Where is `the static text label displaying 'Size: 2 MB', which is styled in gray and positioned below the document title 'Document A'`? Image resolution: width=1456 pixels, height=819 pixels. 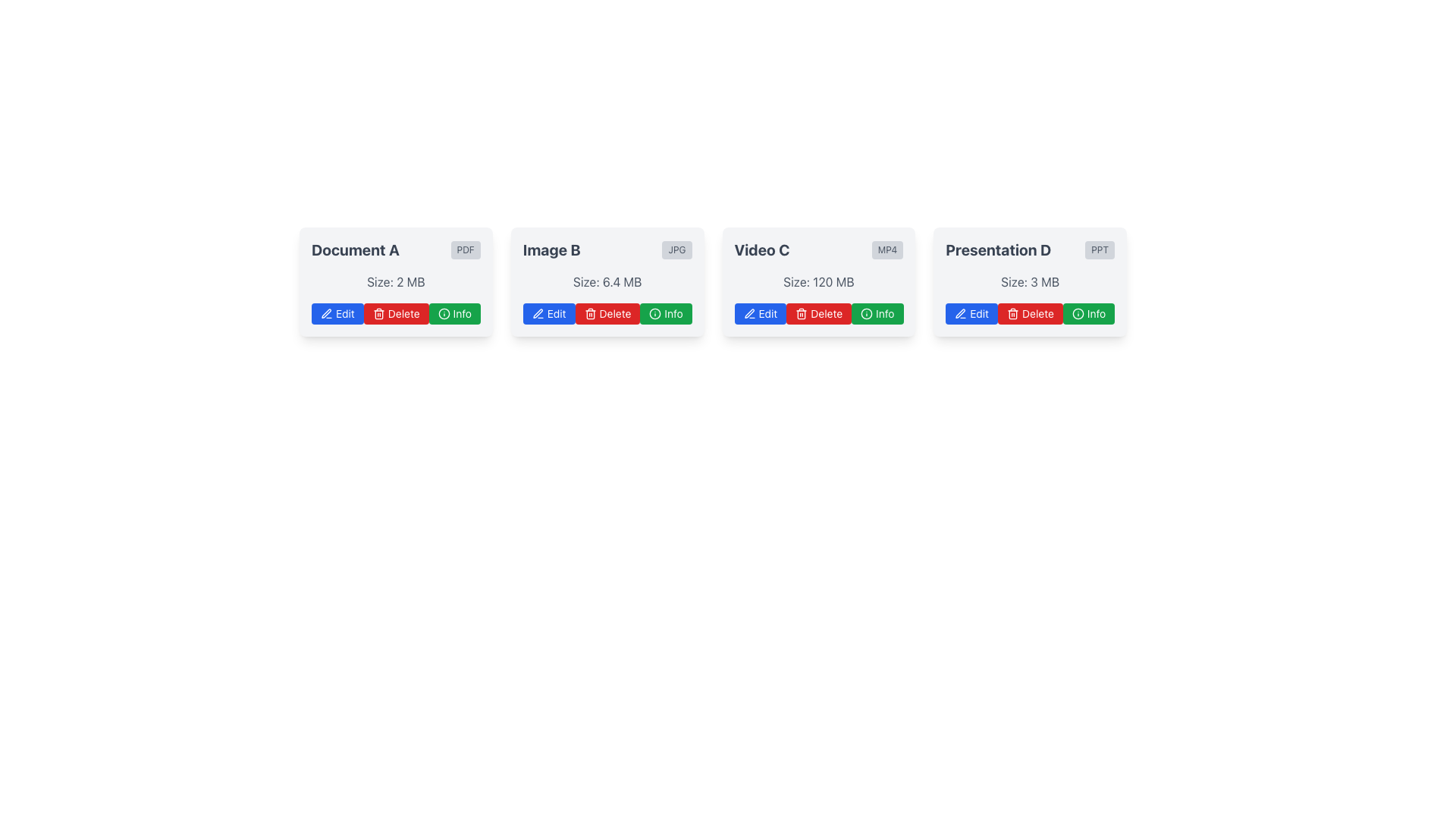
the static text label displaying 'Size: 2 MB', which is styled in gray and positioned below the document title 'Document A' is located at coordinates (396, 281).